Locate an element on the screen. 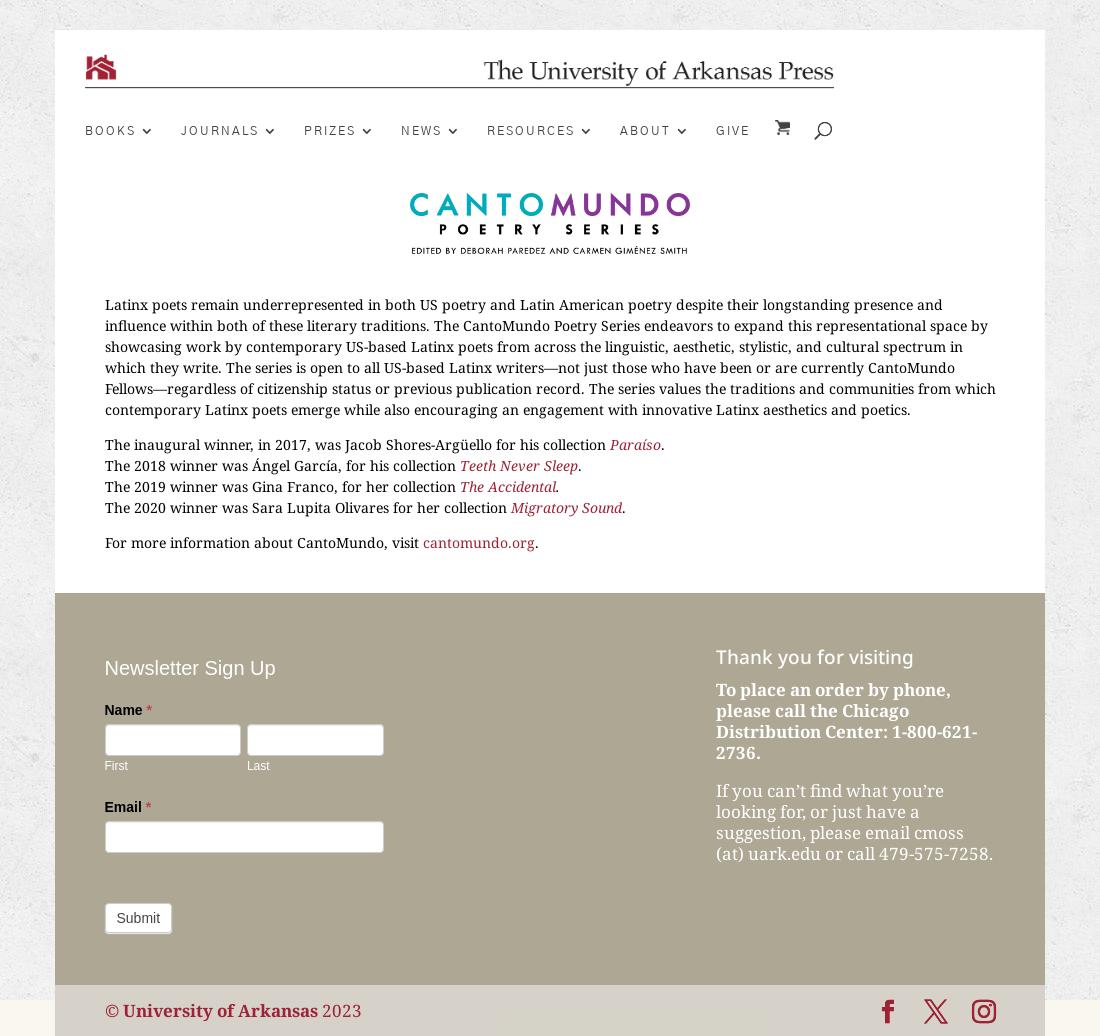  'Latinx poets remain underrepresented in both US poetry and Latin American poetry despite their longstanding presence and influence within both of these literary traditions. The CantoMundo Poetry Series endeavors to expand this representational space by showcasing work by contemporary US-based Latinx poets from across the linguistic, aesthetic, stylistic, and cultural spectrum in which they write. The series is open to all US-based Latinx writers—not just those who have been or are currently CantoMundo Fellows—regardless of citizenship status or previous publication record. The series values the traditions and communities from which contemporary Latinx poets emerge while also encouraging an engagement with innovative Latinx aesthetics and poetics.' is located at coordinates (549, 357).